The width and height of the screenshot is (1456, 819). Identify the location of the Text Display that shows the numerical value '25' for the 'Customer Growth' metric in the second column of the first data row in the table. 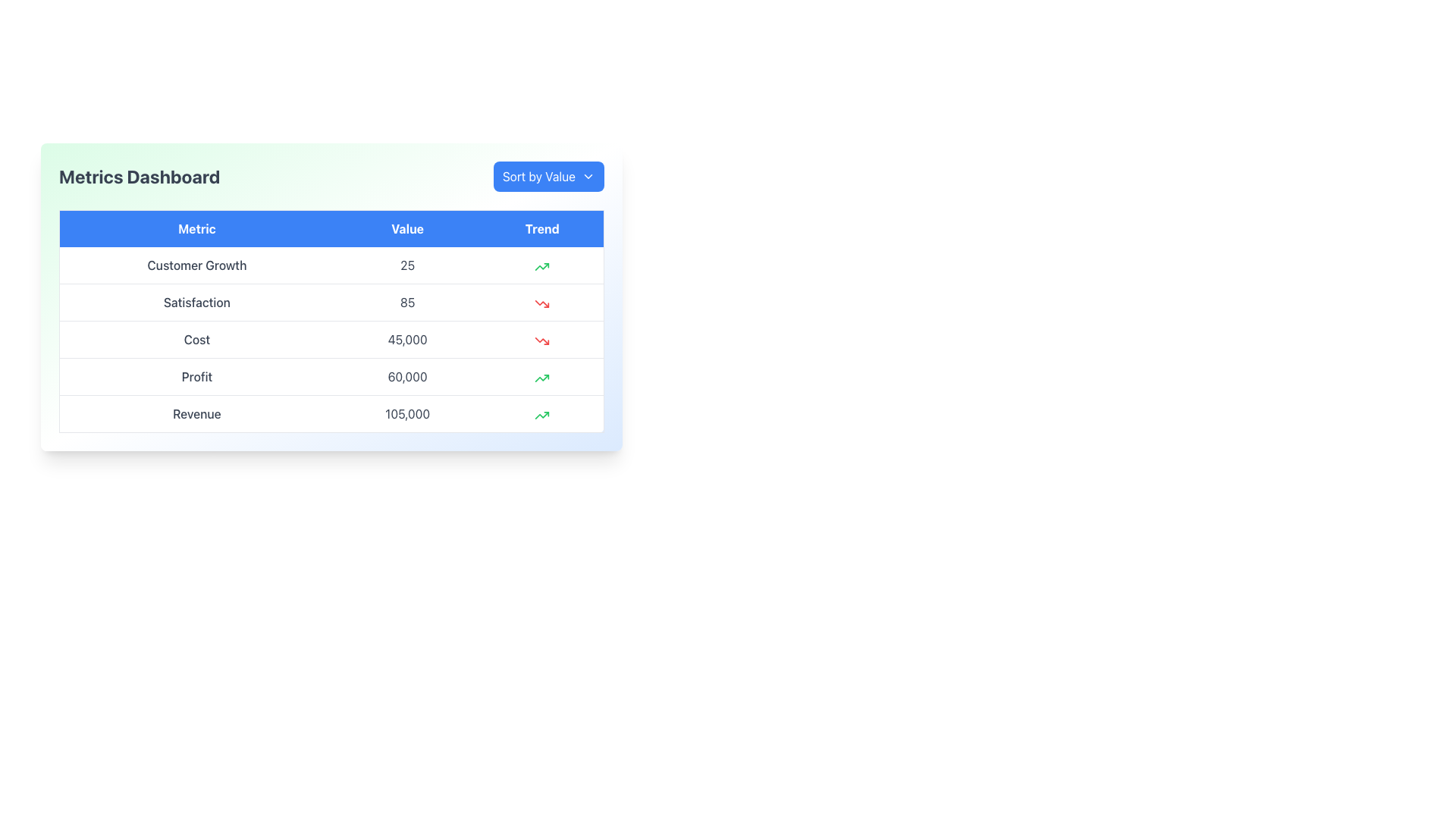
(407, 265).